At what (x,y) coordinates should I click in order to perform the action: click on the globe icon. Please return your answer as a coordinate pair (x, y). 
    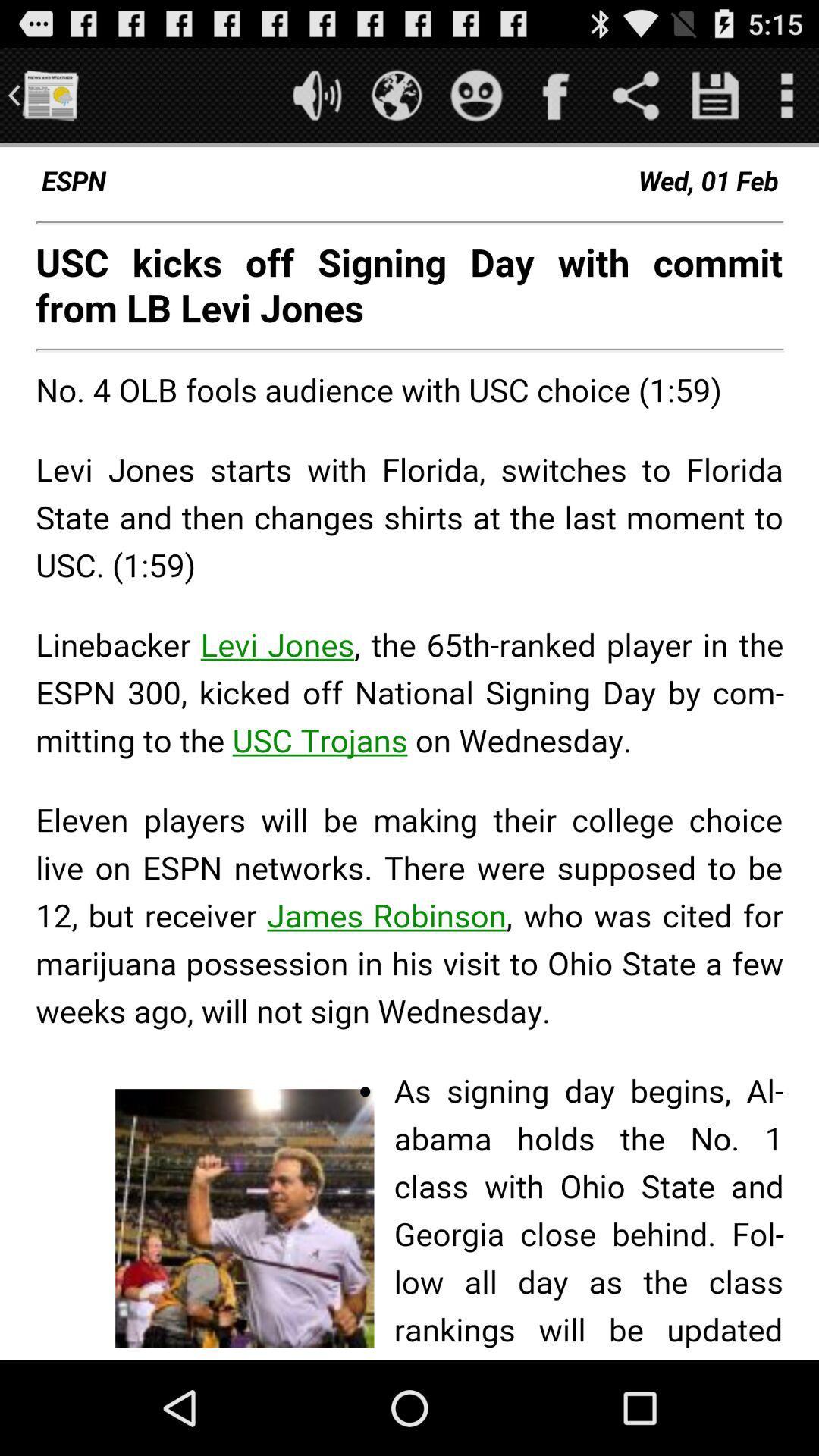
    Looking at the image, I should click on (396, 101).